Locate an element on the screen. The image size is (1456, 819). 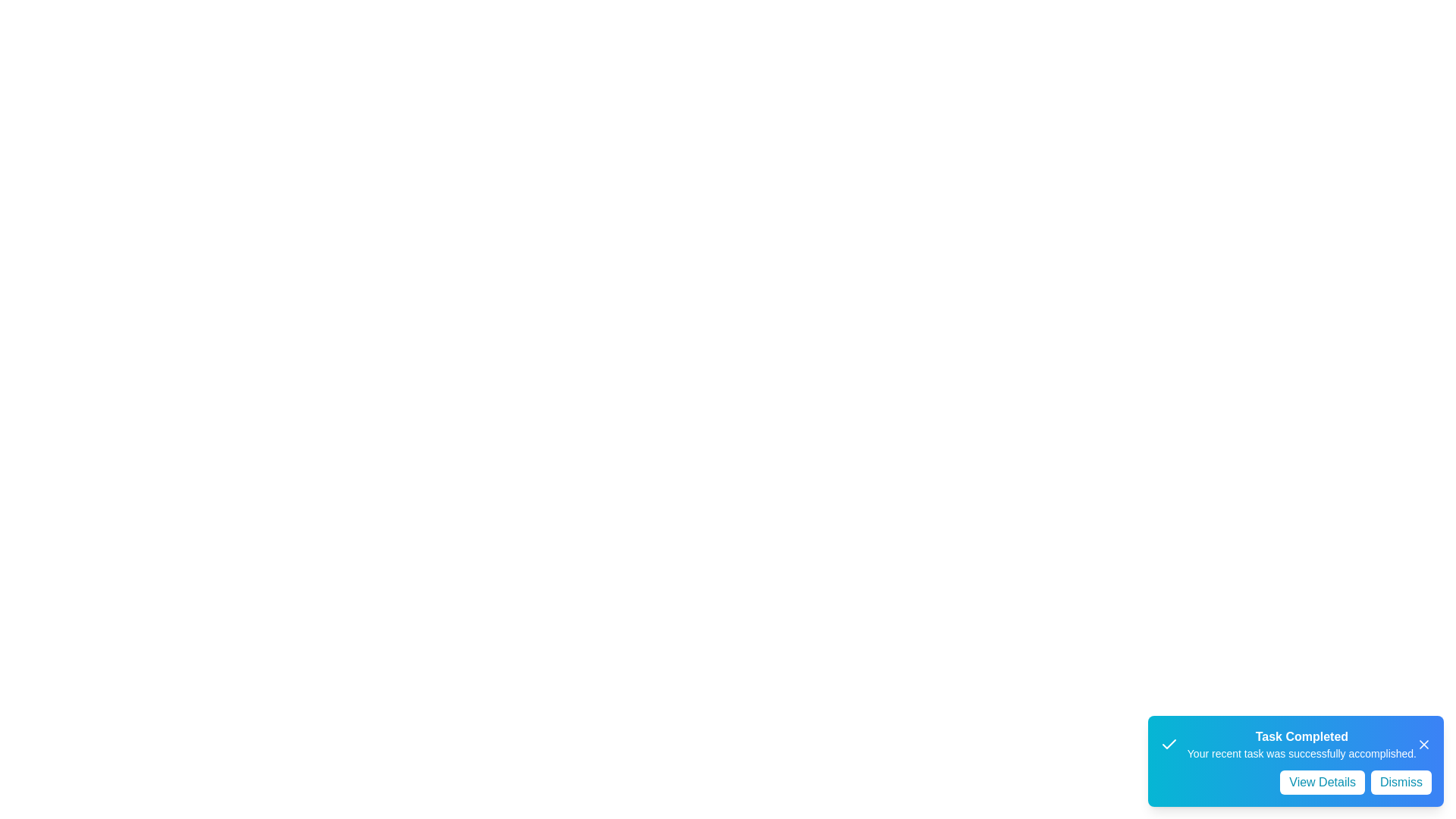
the 'X' icon at the top-right corner of the light blue notification box is located at coordinates (1423, 744).